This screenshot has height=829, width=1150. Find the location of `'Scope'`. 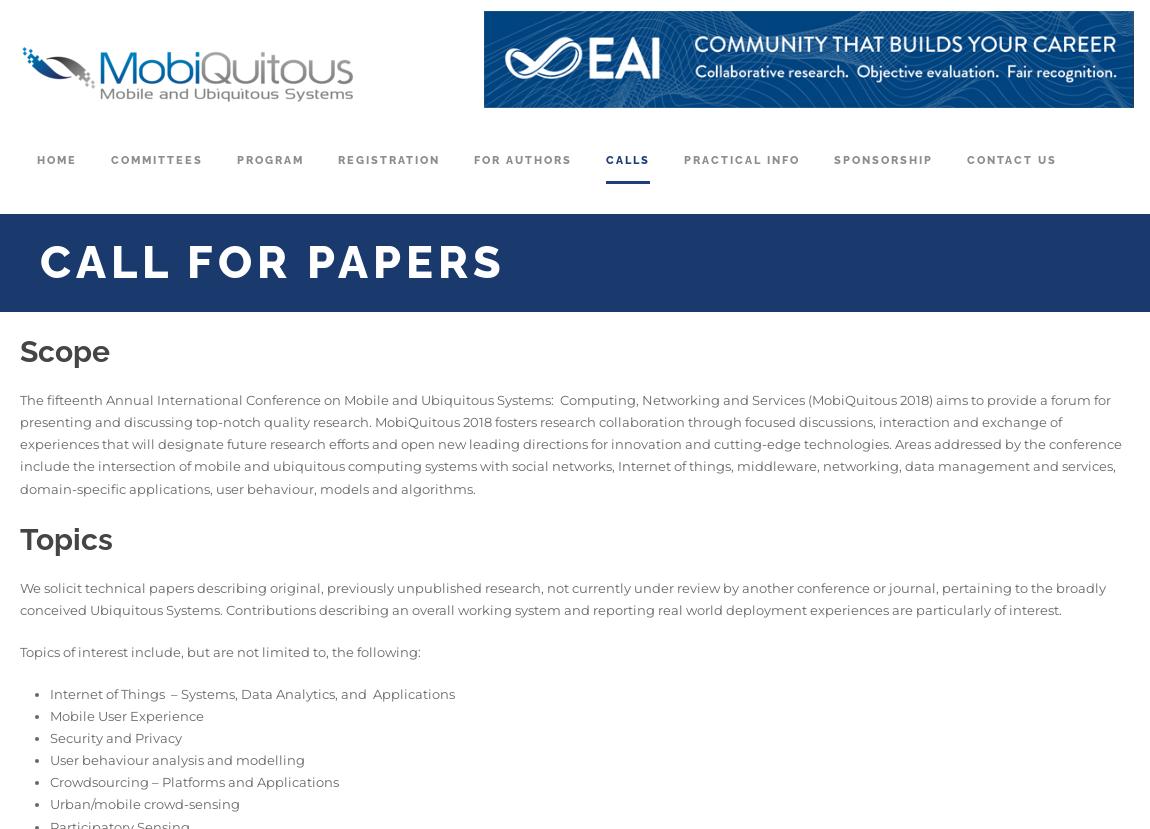

'Scope' is located at coordinates (63, 350).